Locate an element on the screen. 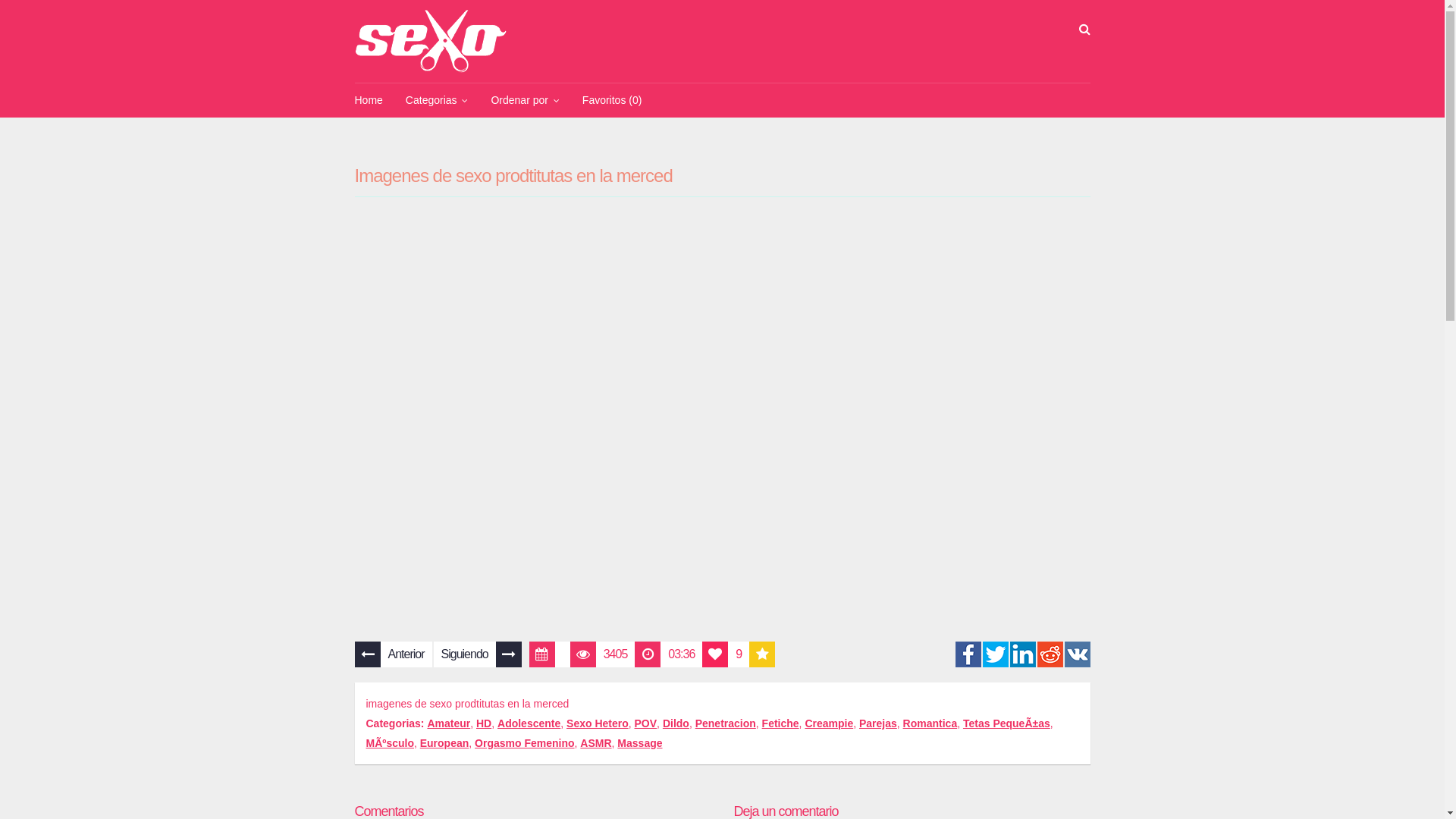  'Romantica' is located at coordinates (930, 722).